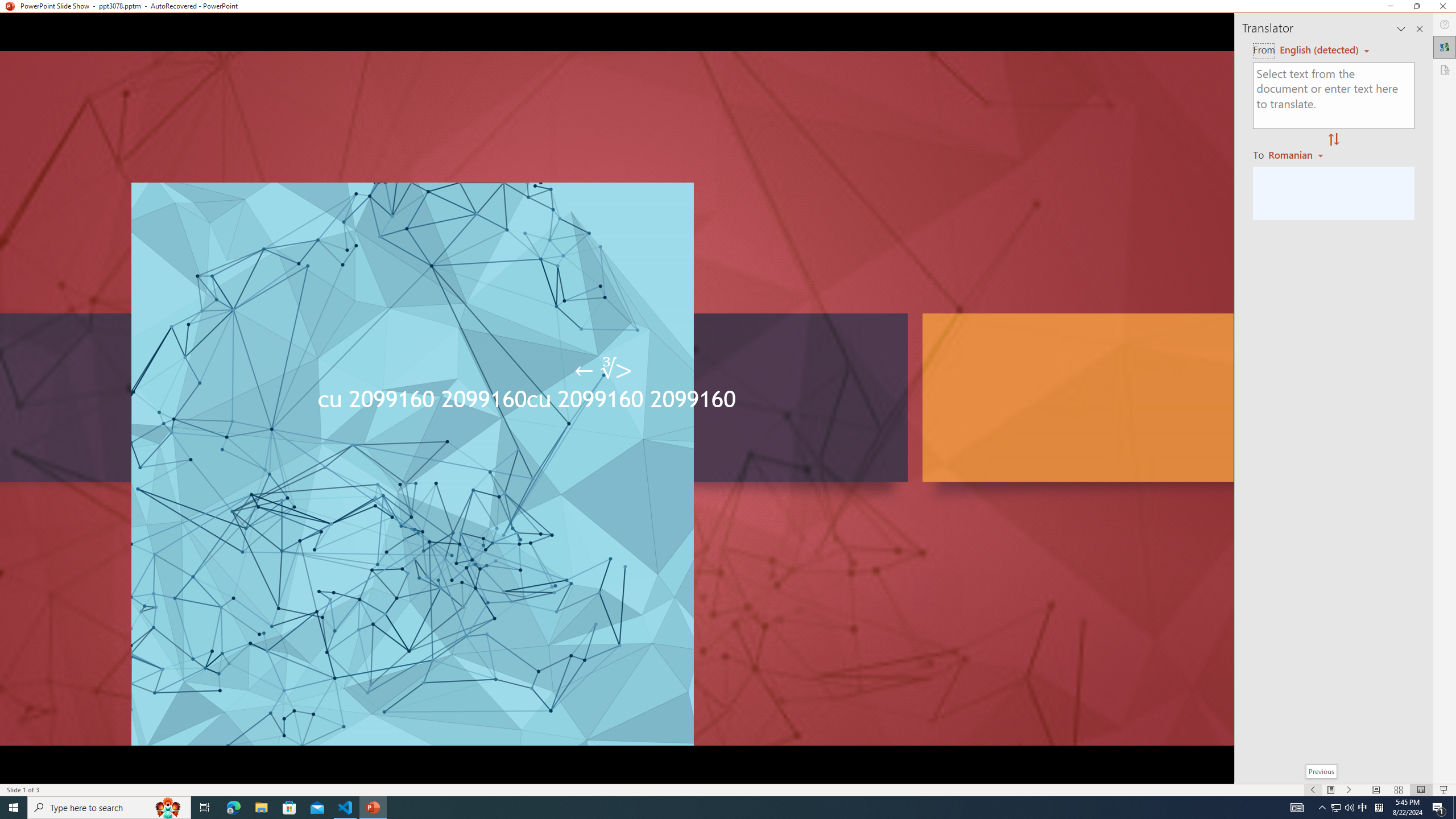  Describe the element at coordinates (1419, 28) in the screenshot. I see `'Close pane'` at that location.